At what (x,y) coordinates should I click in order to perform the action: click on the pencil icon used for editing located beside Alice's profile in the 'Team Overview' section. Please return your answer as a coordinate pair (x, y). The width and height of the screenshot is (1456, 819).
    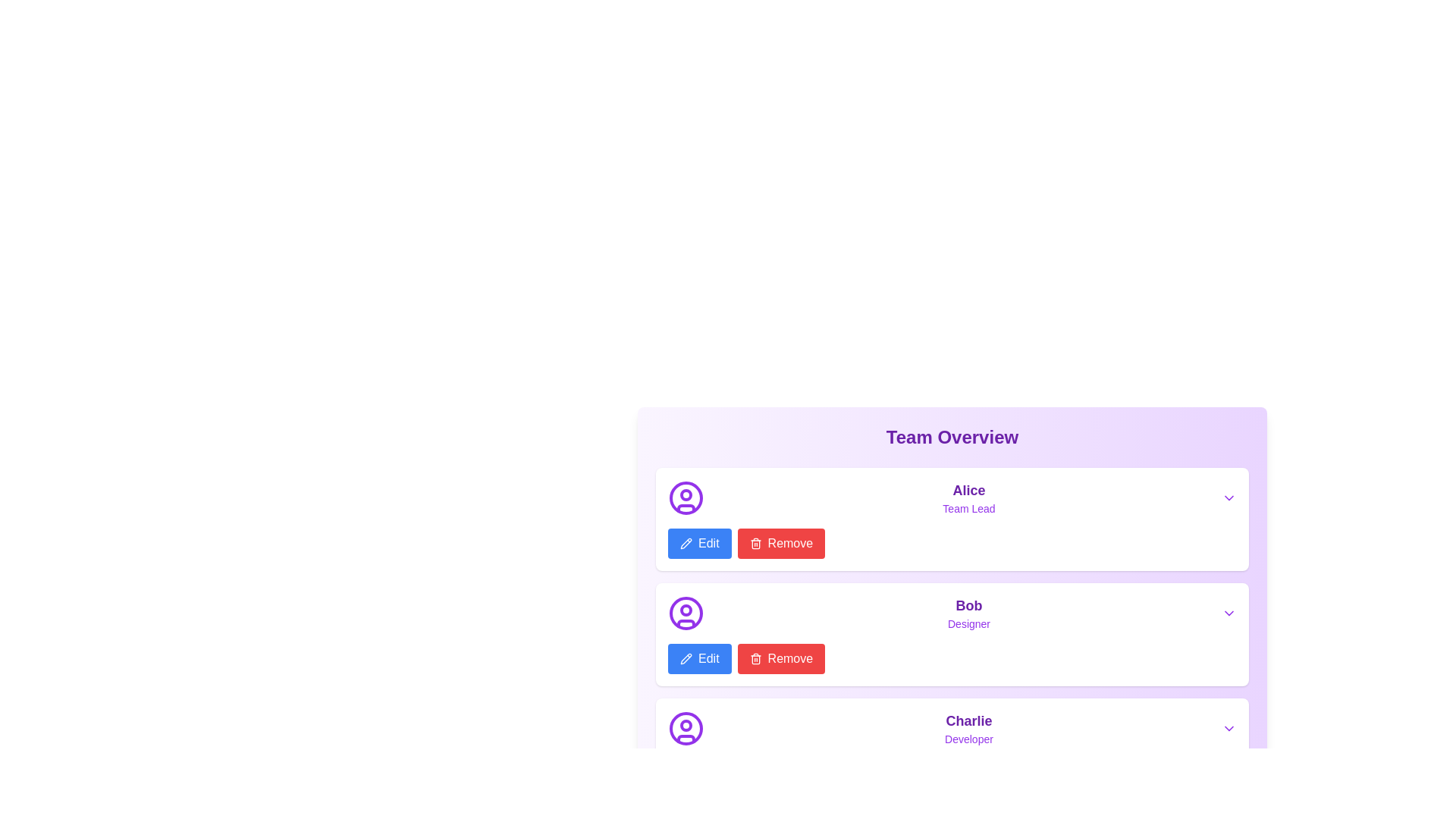
    Looking at the image, I should click on (684, 542).